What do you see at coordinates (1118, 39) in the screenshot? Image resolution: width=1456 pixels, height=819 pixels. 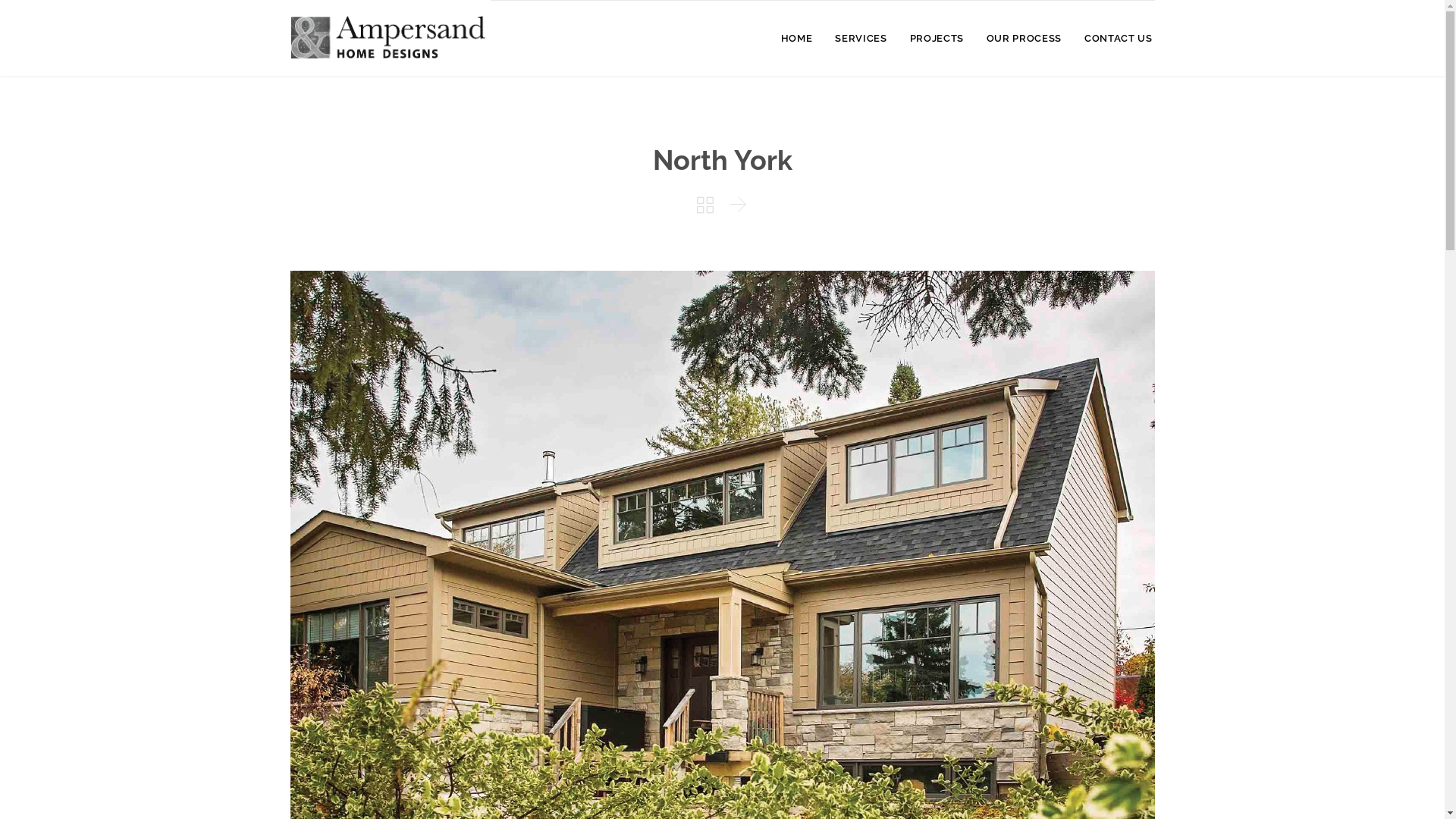 I see `'CONTACT US'` at bounding box center [1118, 39].